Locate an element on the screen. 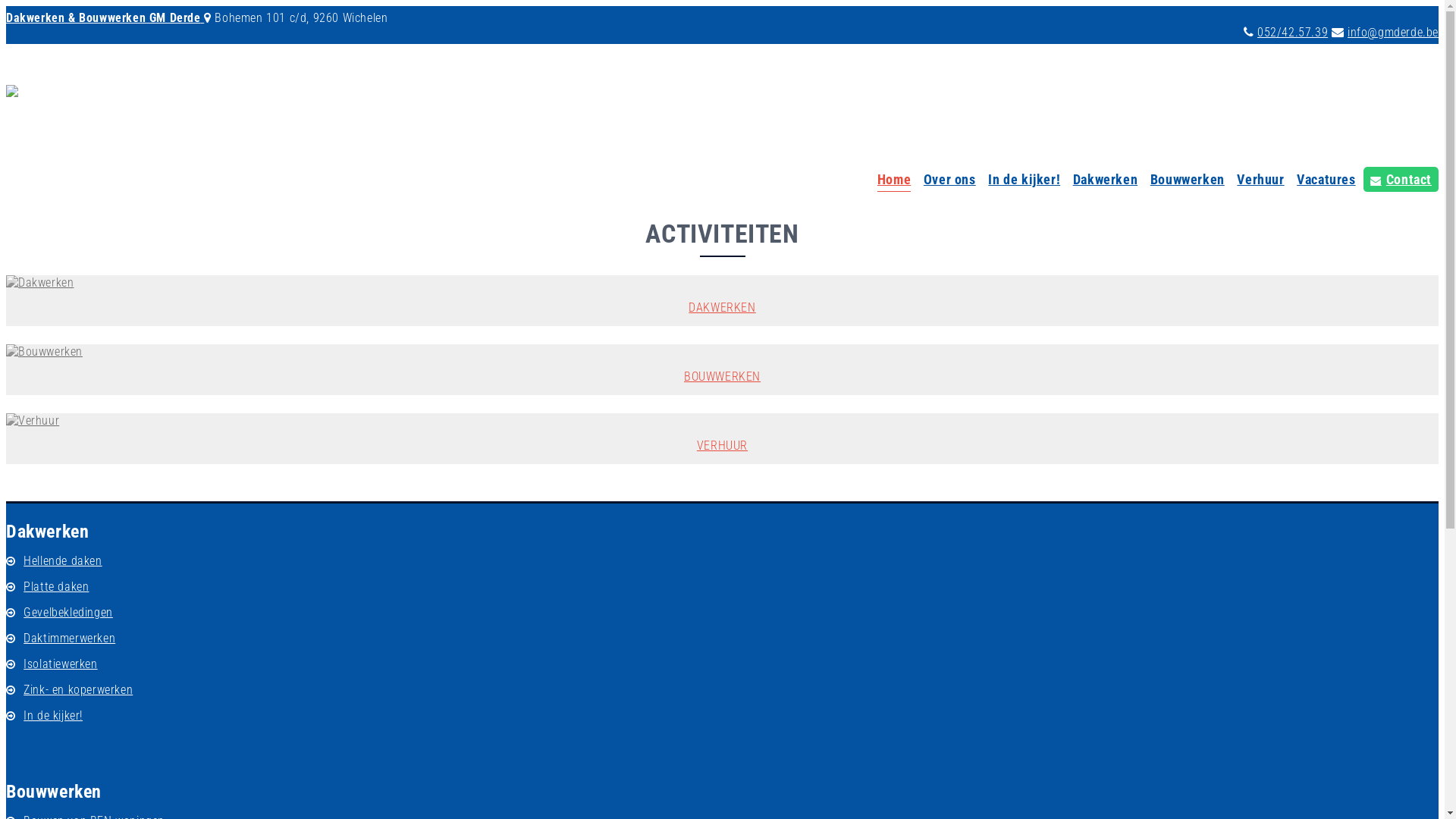 The height and width of the screenshot is (819, 1456). 'Over ons' is located at coordinates (949, 180).